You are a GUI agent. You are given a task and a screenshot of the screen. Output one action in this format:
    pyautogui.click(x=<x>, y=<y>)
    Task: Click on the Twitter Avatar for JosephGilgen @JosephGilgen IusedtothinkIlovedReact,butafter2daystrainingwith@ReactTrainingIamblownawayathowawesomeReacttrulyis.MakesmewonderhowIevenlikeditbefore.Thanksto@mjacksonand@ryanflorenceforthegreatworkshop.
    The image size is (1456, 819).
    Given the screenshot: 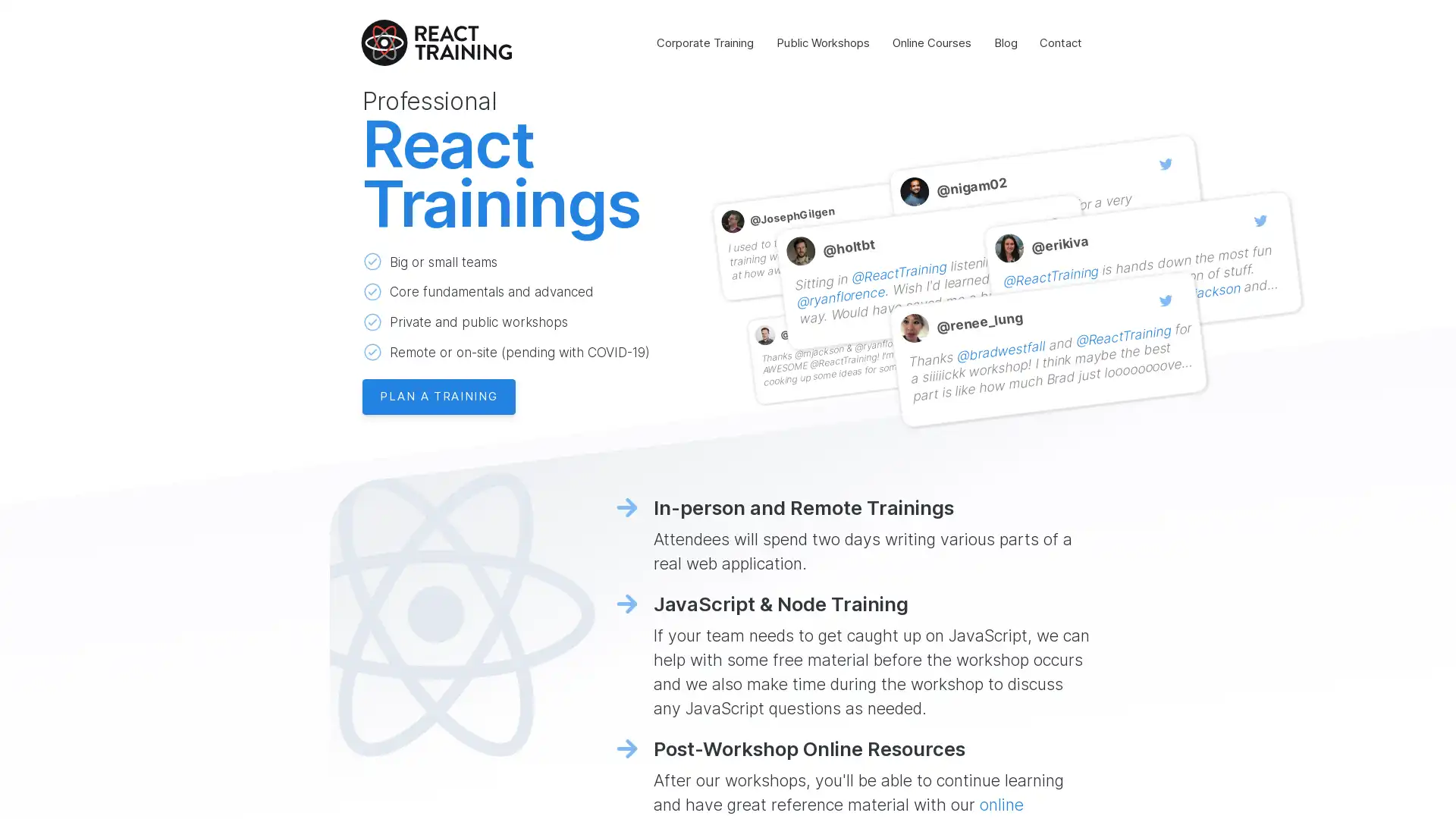 What is the action you would take?
    pyautogui.click(x=838, y=233)
    